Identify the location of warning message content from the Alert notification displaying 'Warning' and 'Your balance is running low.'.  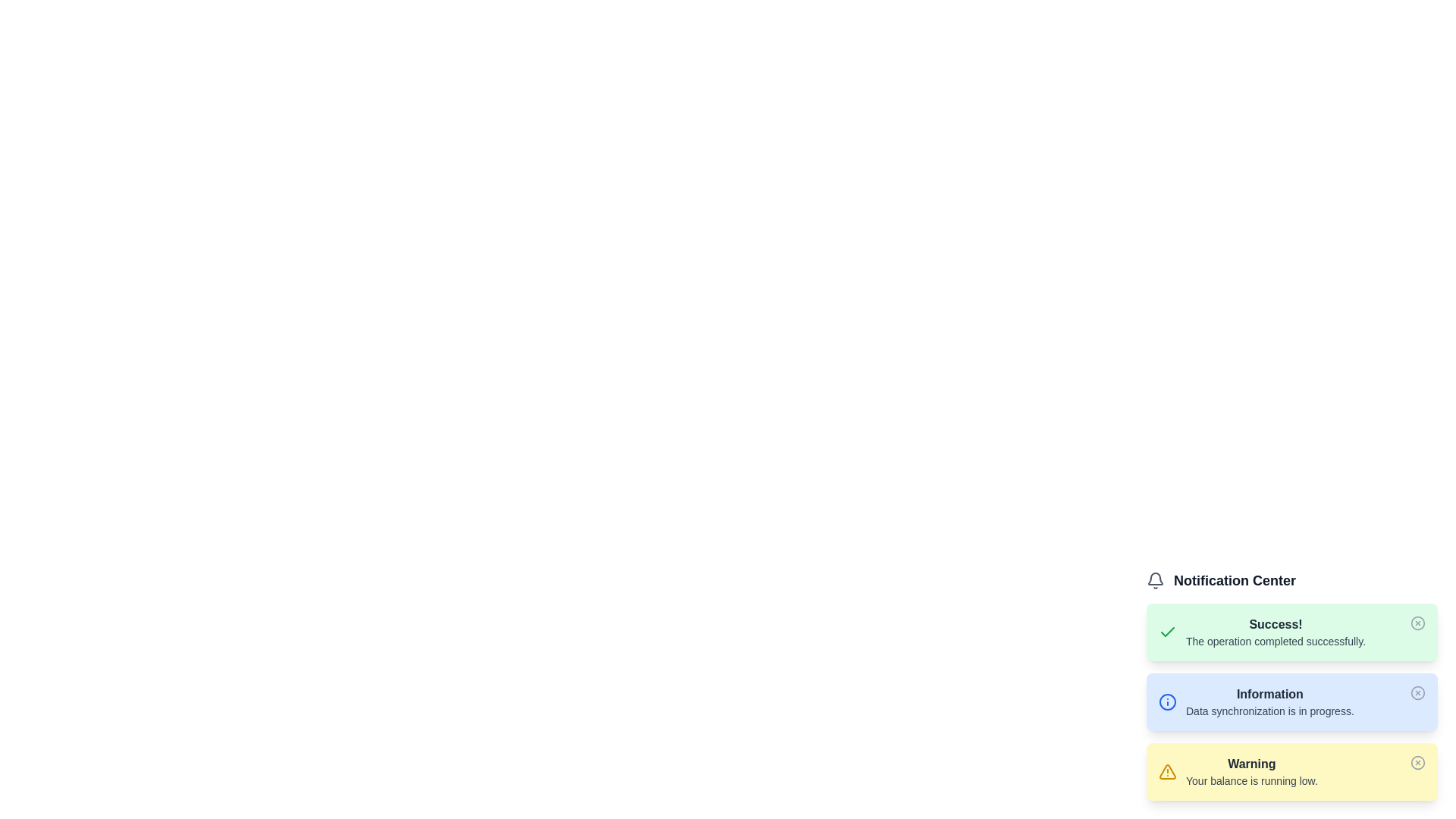
(1251, 772).